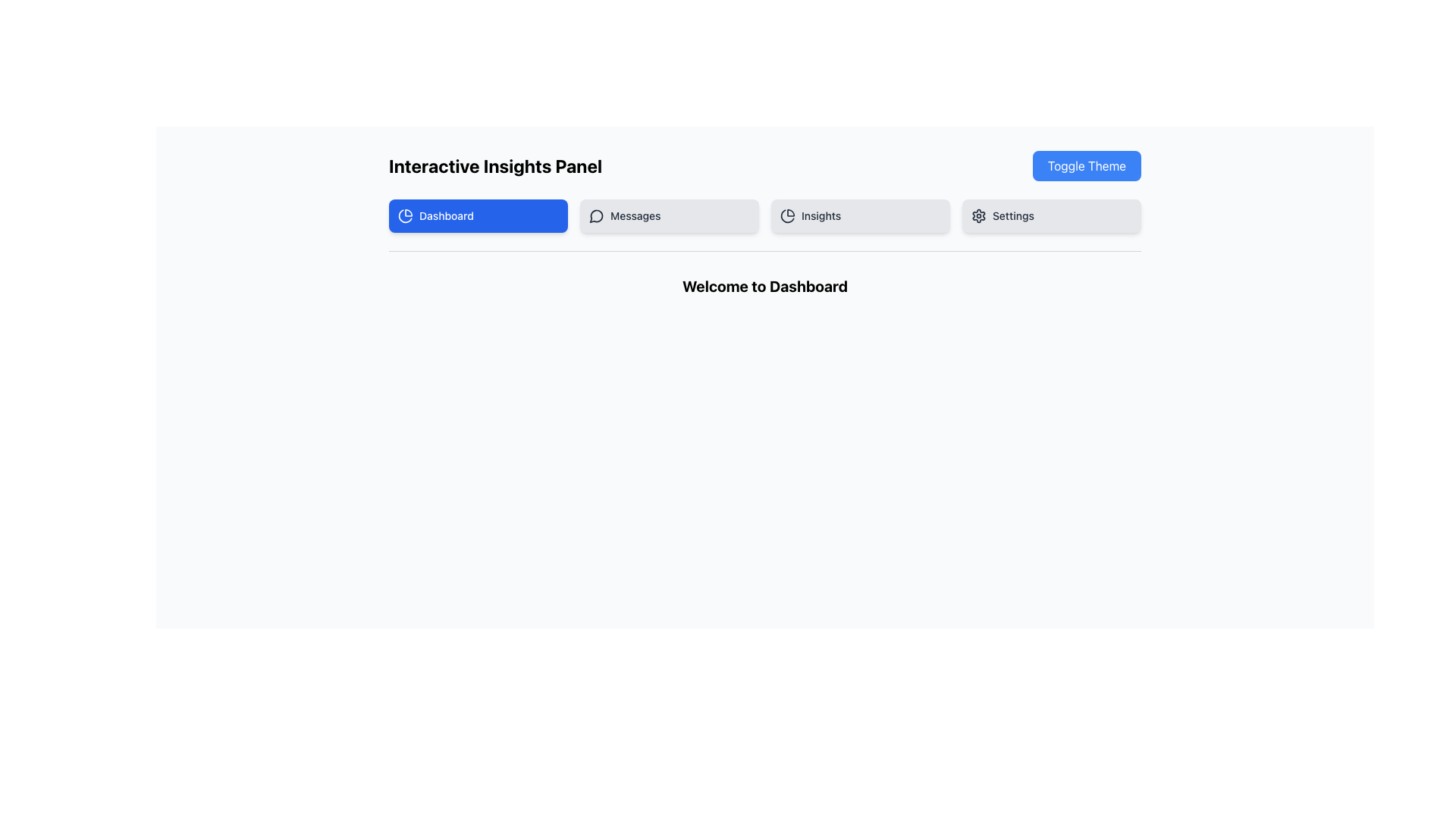  I want to click on the 'Insights' button, which contains a pie chart icon to the left of the text label 'Insights', so click(787, 216).